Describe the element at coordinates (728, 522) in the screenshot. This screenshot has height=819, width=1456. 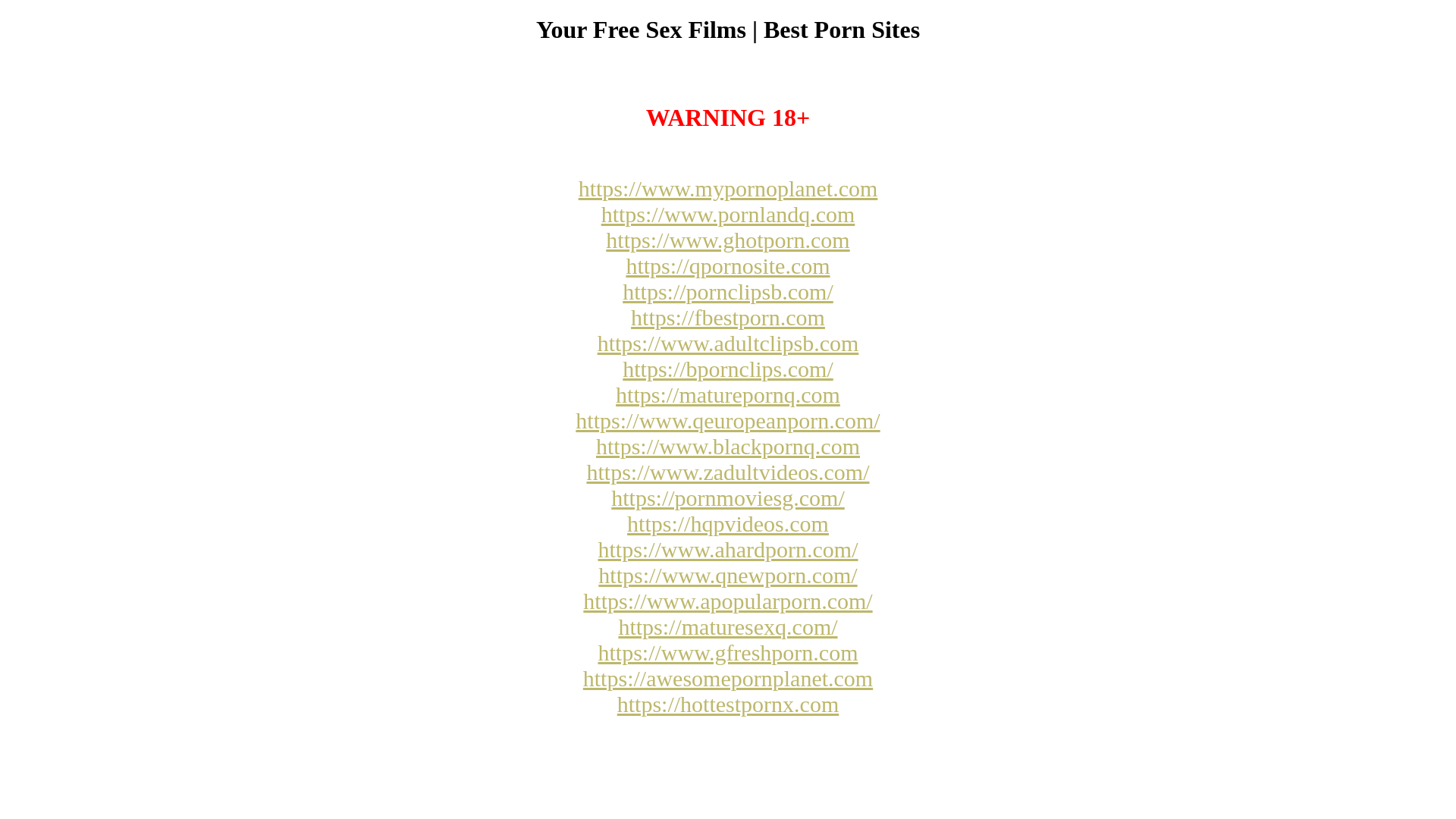
I see `'https://hqpvideos.com'` at that location.